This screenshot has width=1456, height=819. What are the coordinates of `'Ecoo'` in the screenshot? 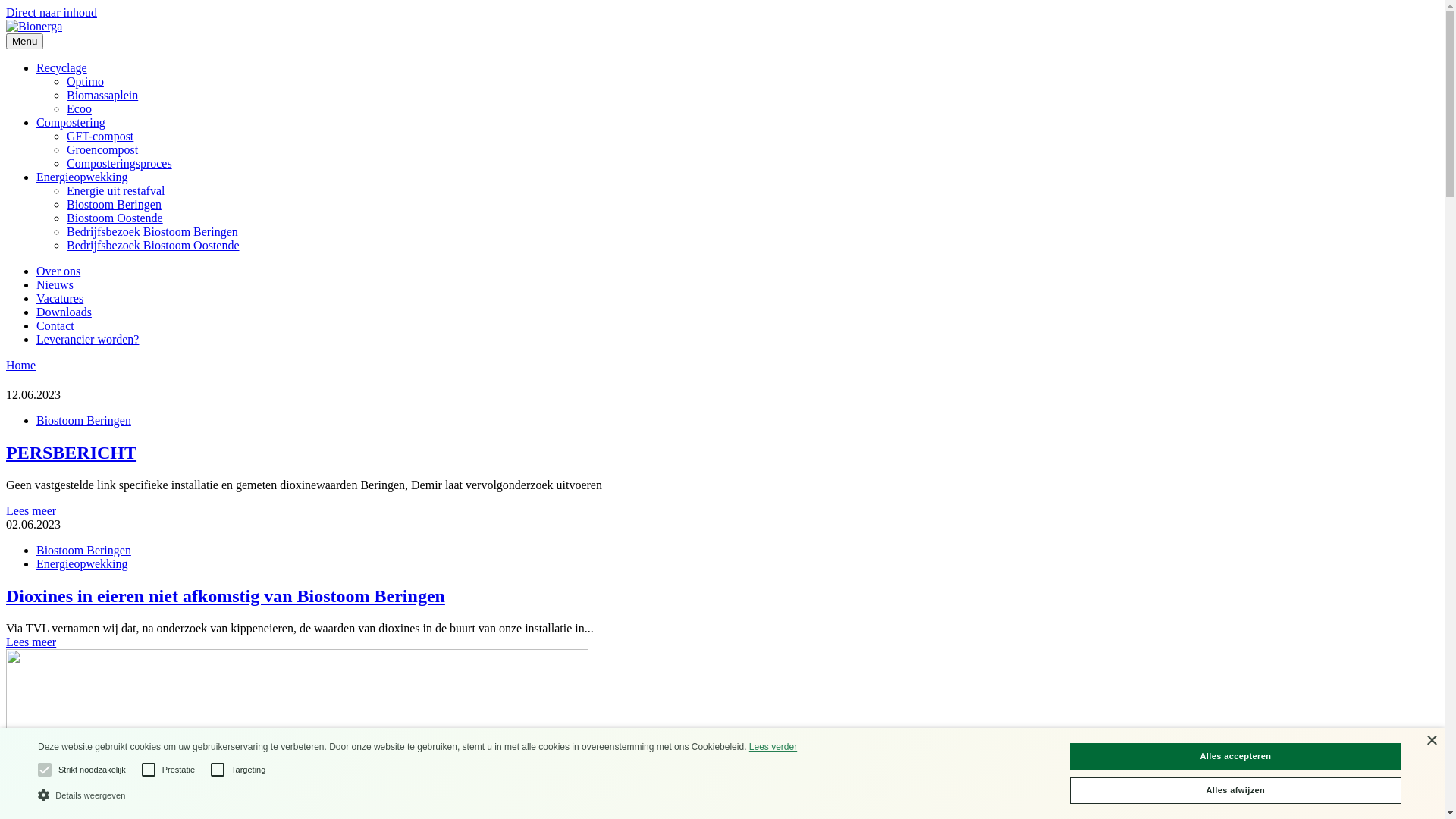 It's located at (78, 108).